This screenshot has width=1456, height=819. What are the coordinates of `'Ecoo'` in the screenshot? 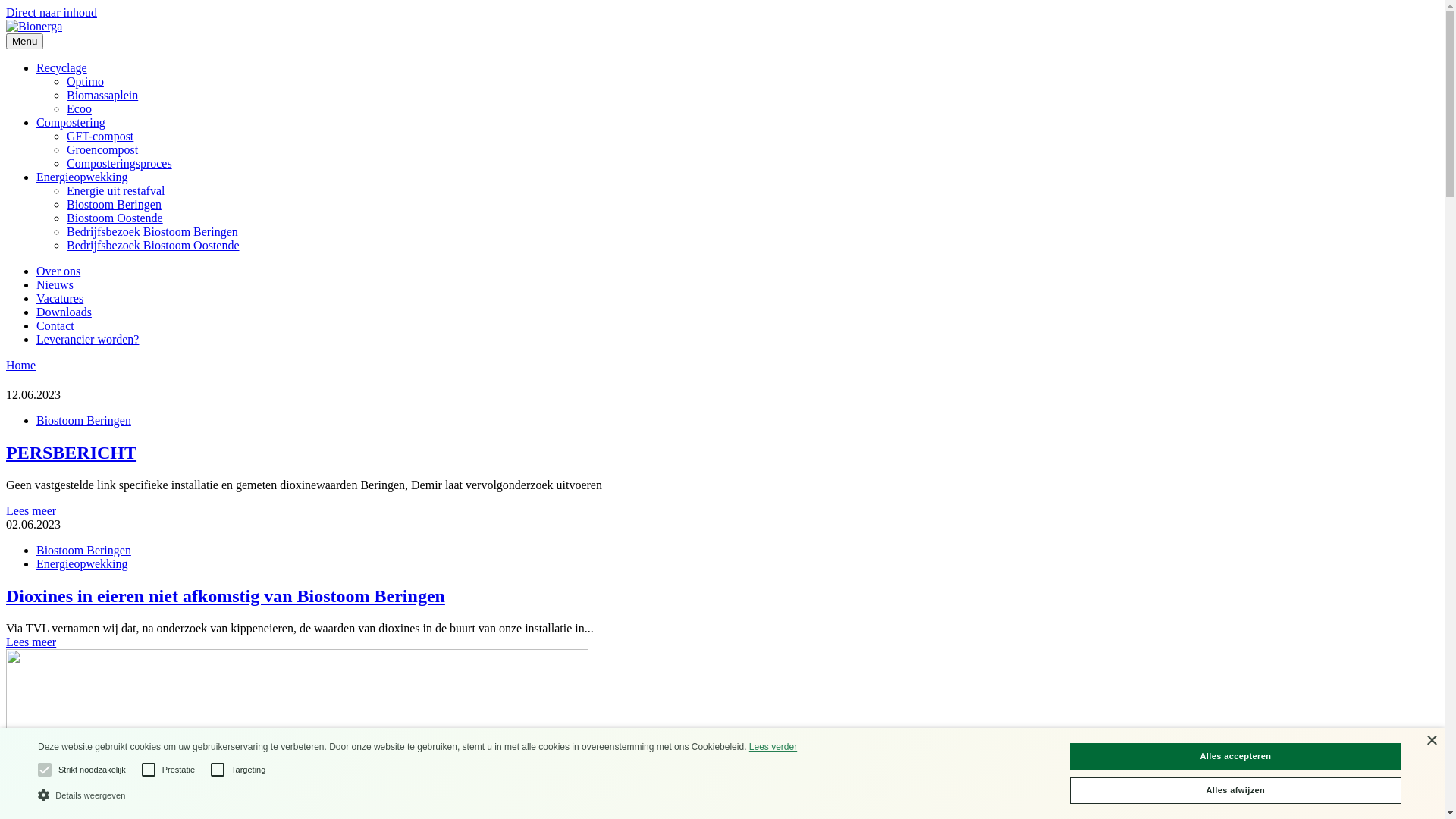 It's located at (78, 108).